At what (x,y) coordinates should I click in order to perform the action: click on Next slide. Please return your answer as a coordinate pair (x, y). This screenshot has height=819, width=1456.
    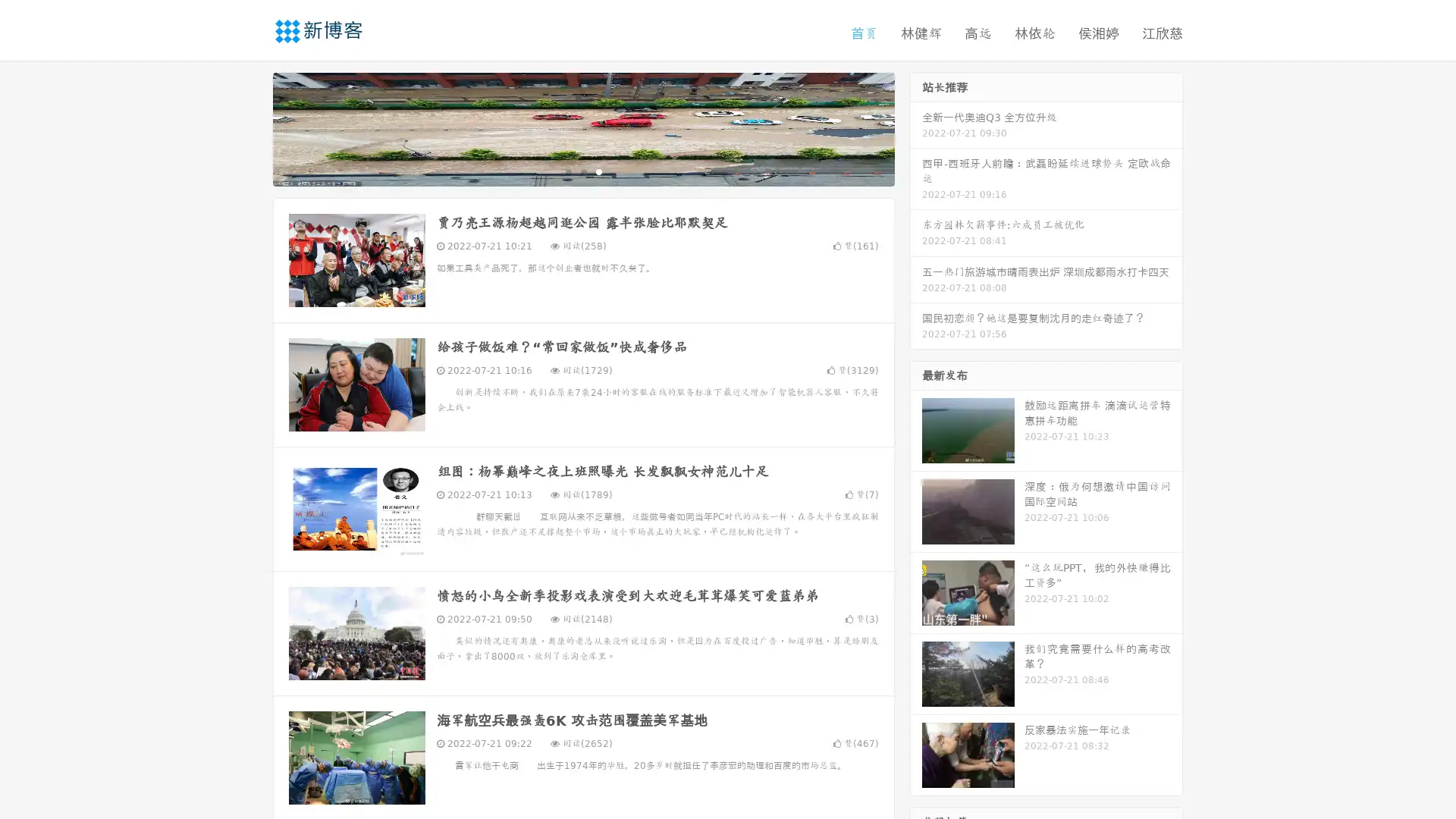
    Looking at the image, I should click on (916, 127).